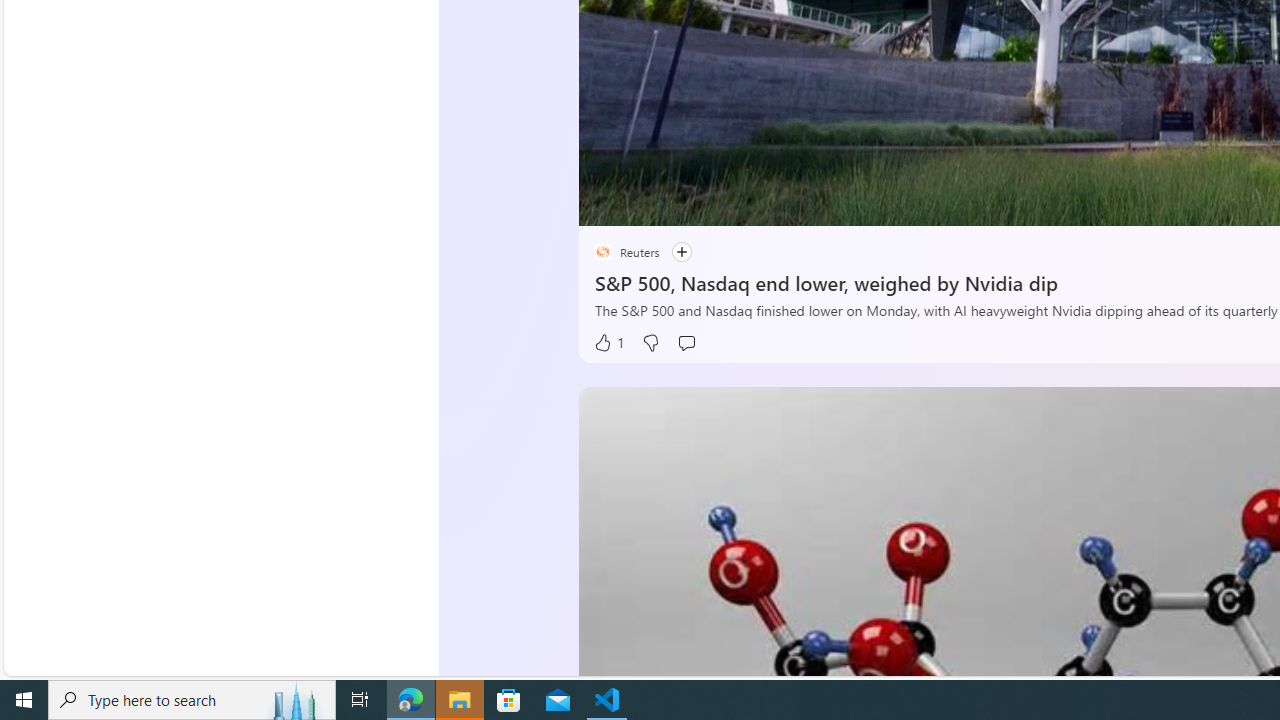  What do you see at coordinates (607, 342) in the screenshot?
I see `'1 Like'` at bounding box center [607, 342].